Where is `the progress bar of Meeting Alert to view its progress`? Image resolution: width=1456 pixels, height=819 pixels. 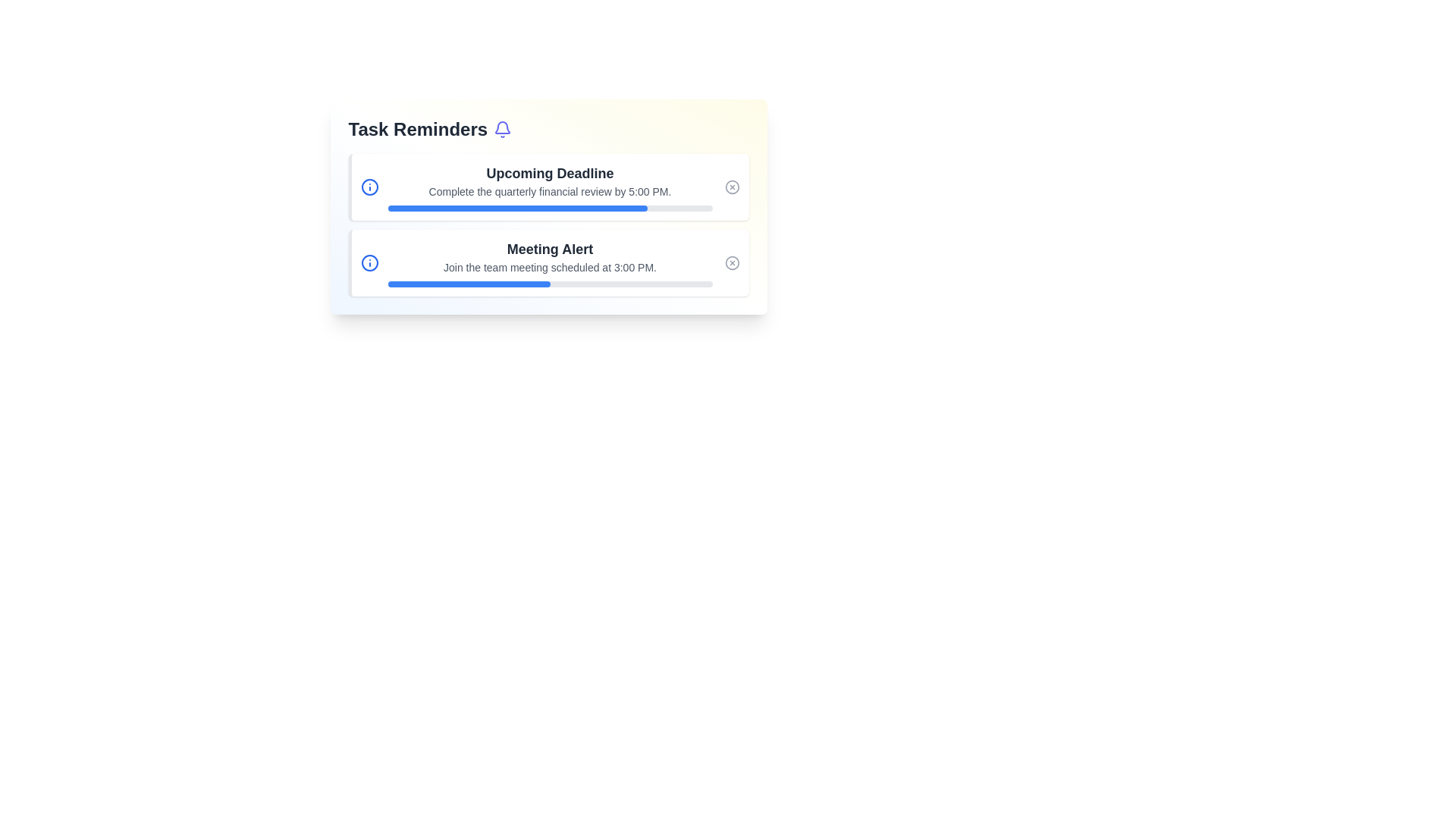 the progress bar of Meeting Alert to view its progress is located at coordinates (549, 284).